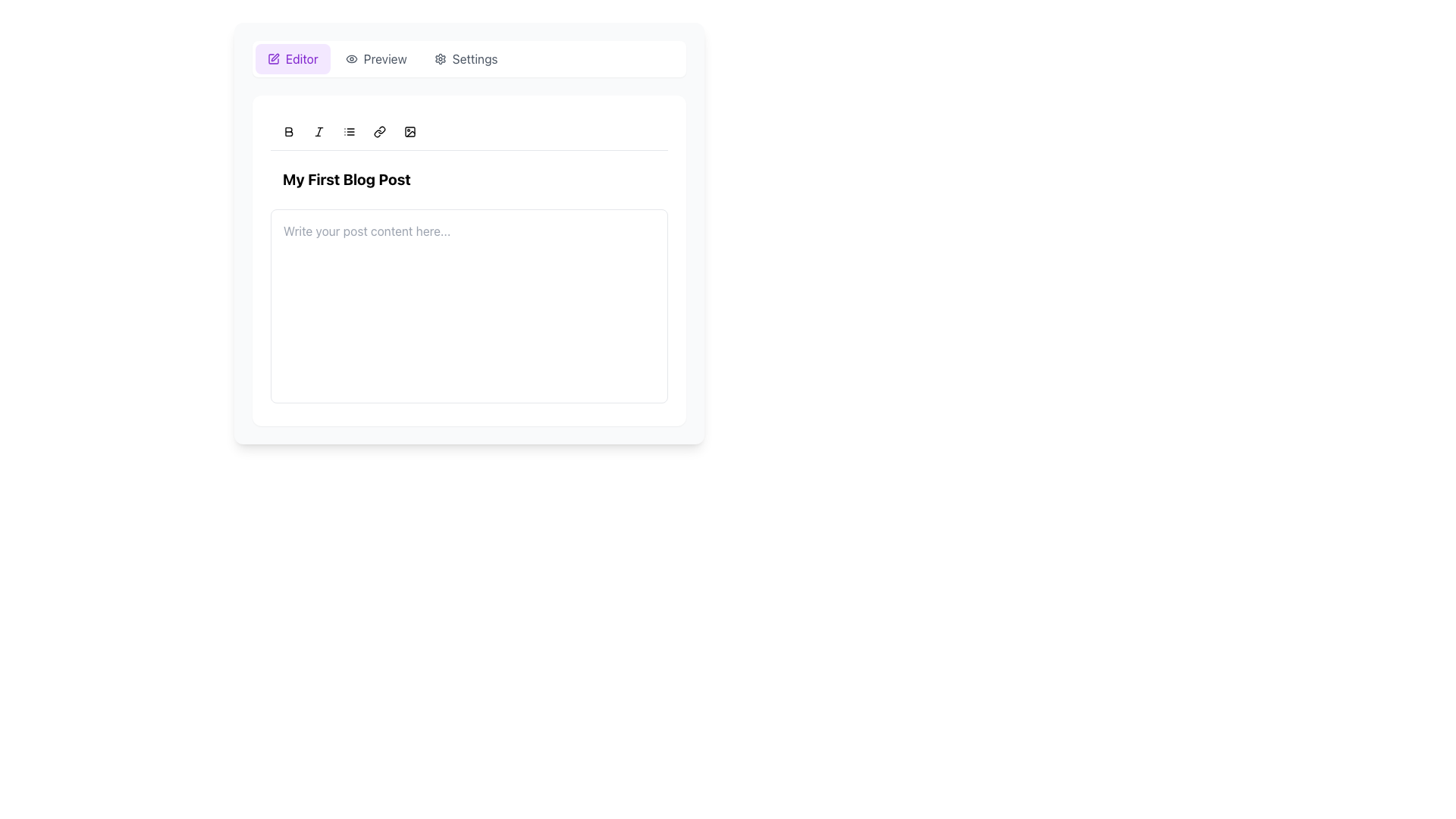 The image size is (1456, 819). I want to click on the editing icon located in the top-left toolbar above the text editor area, so click(273, 58).